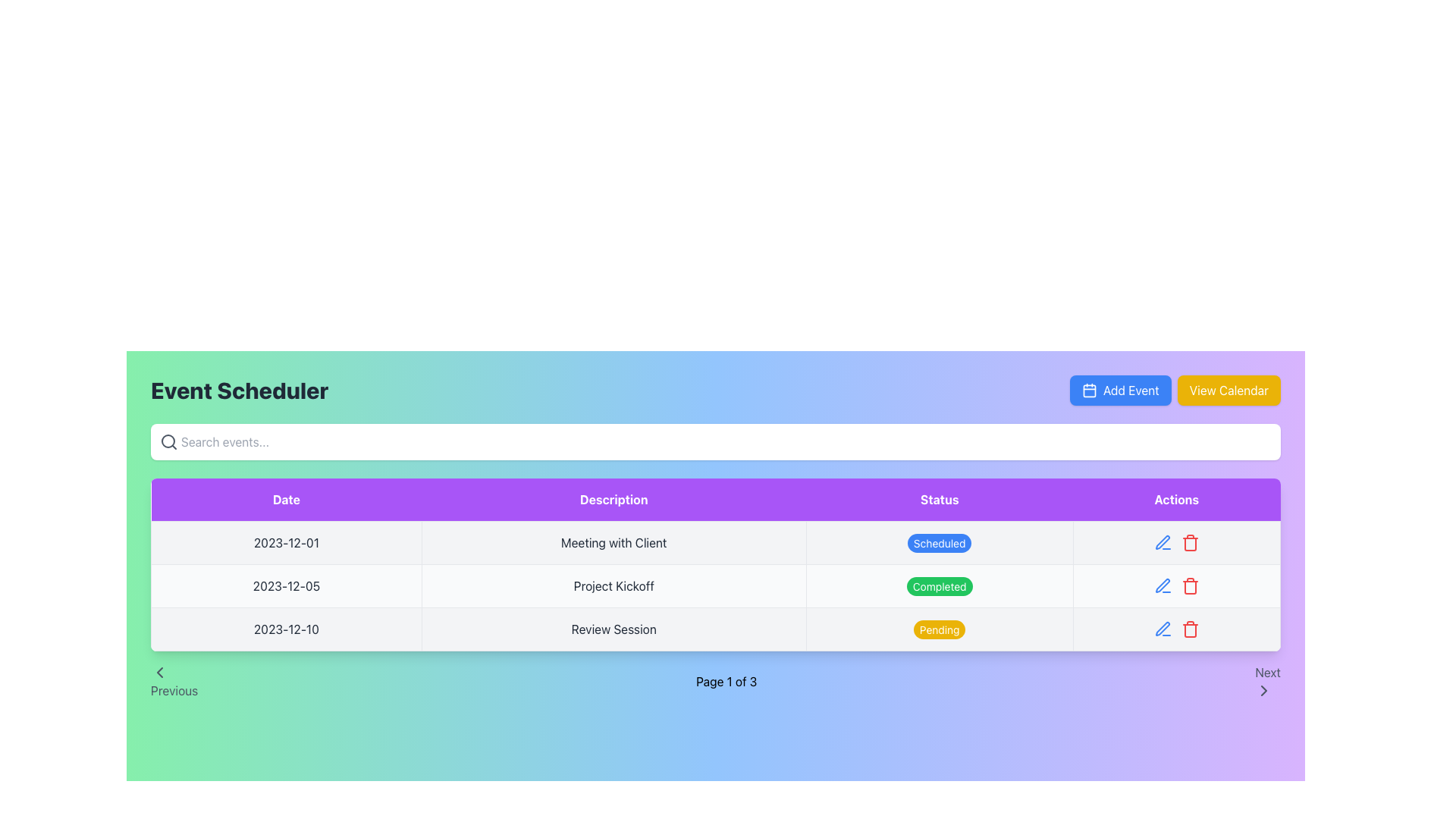  Describe the element at coordinates (1175, 390) in the screenshot. I see `the 'View Calendar' button located in the Button Group under the 'Event Scheduler' header at the top right of the interface` at that location.